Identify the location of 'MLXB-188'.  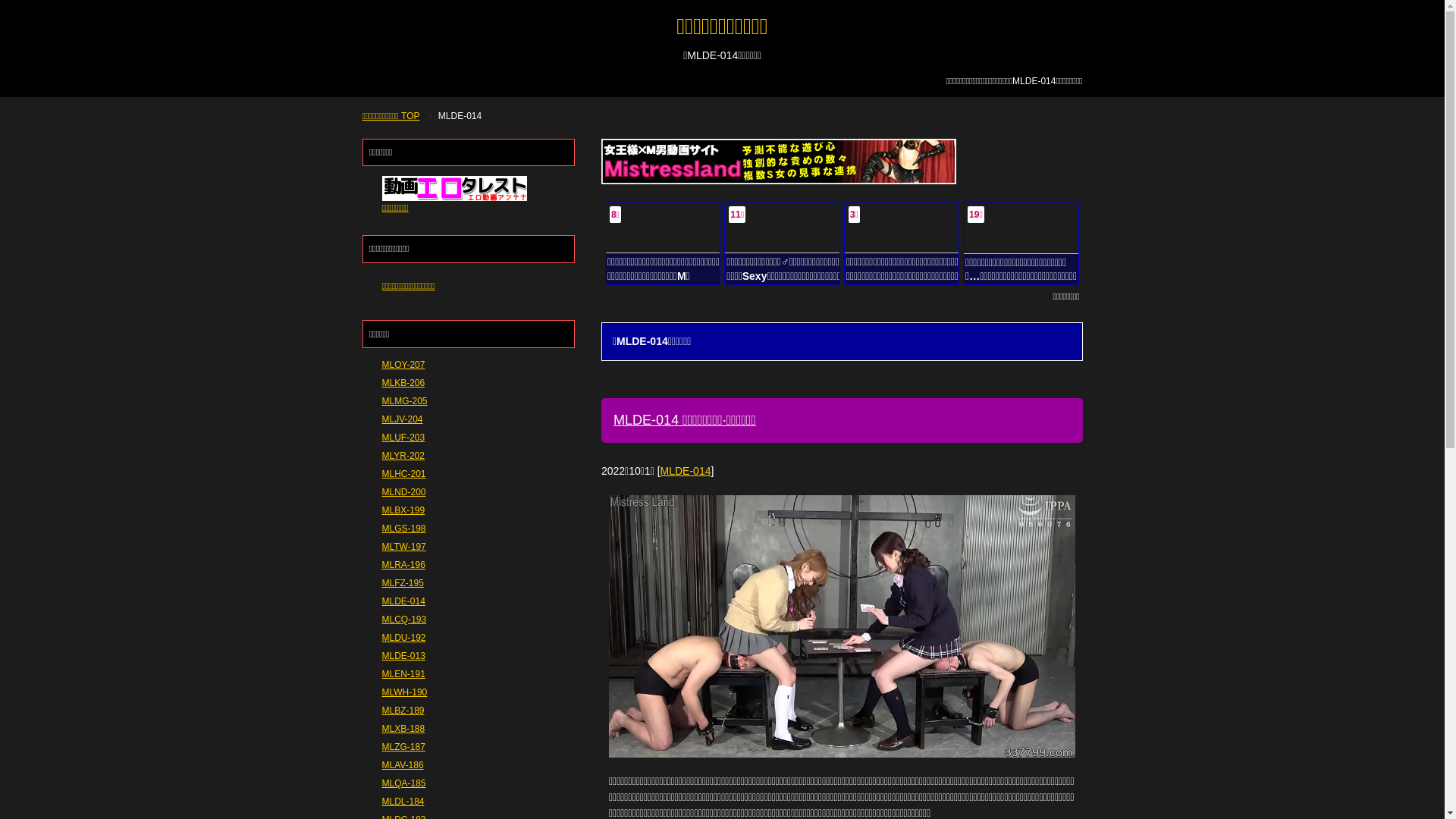
(403, 727).